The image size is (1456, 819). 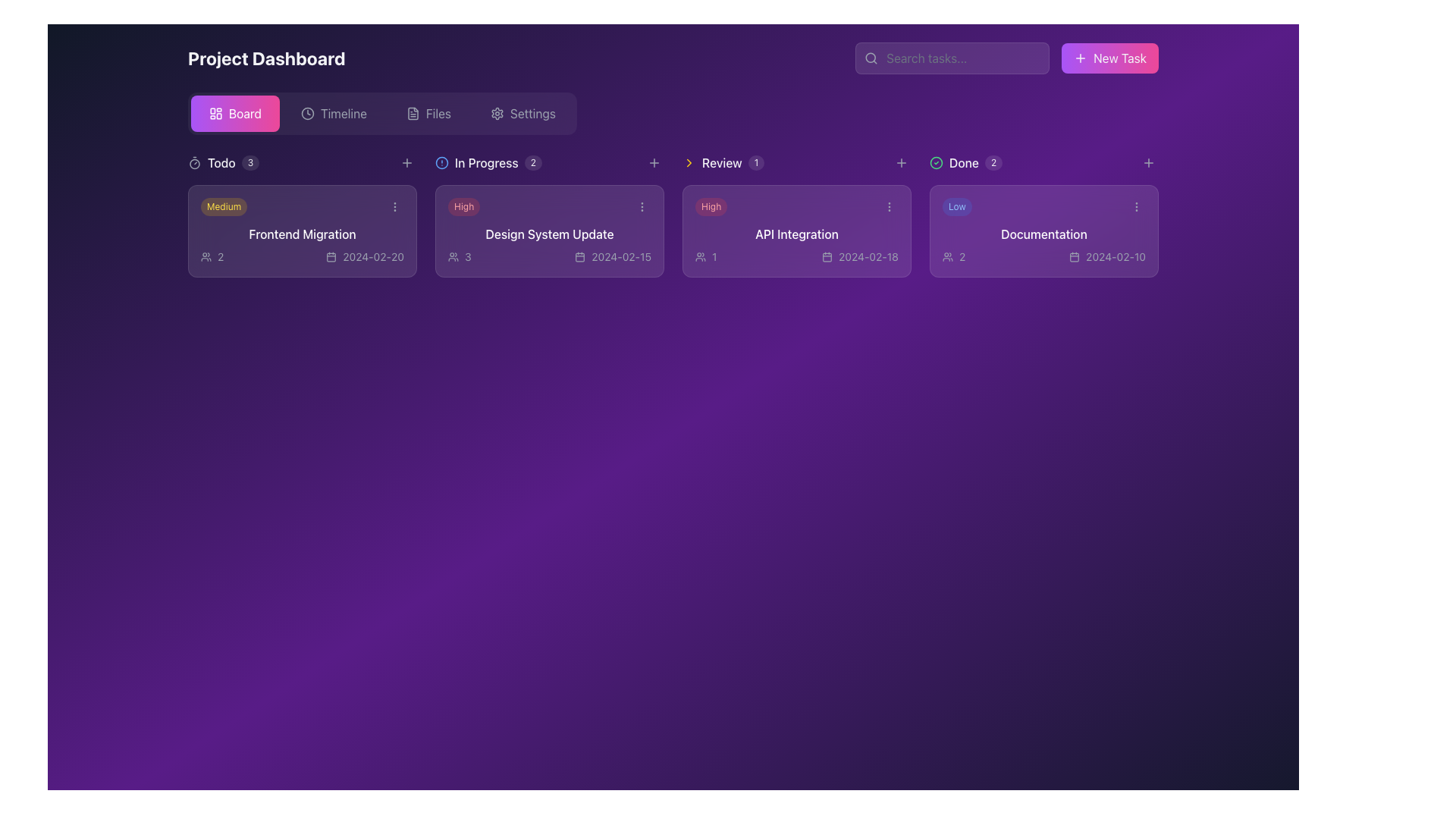 What do you see at coordinates (796, 231) in the screenshot?
I see `the card element titled 'API Integration' with a purple background` at bounding box center [796, 231].